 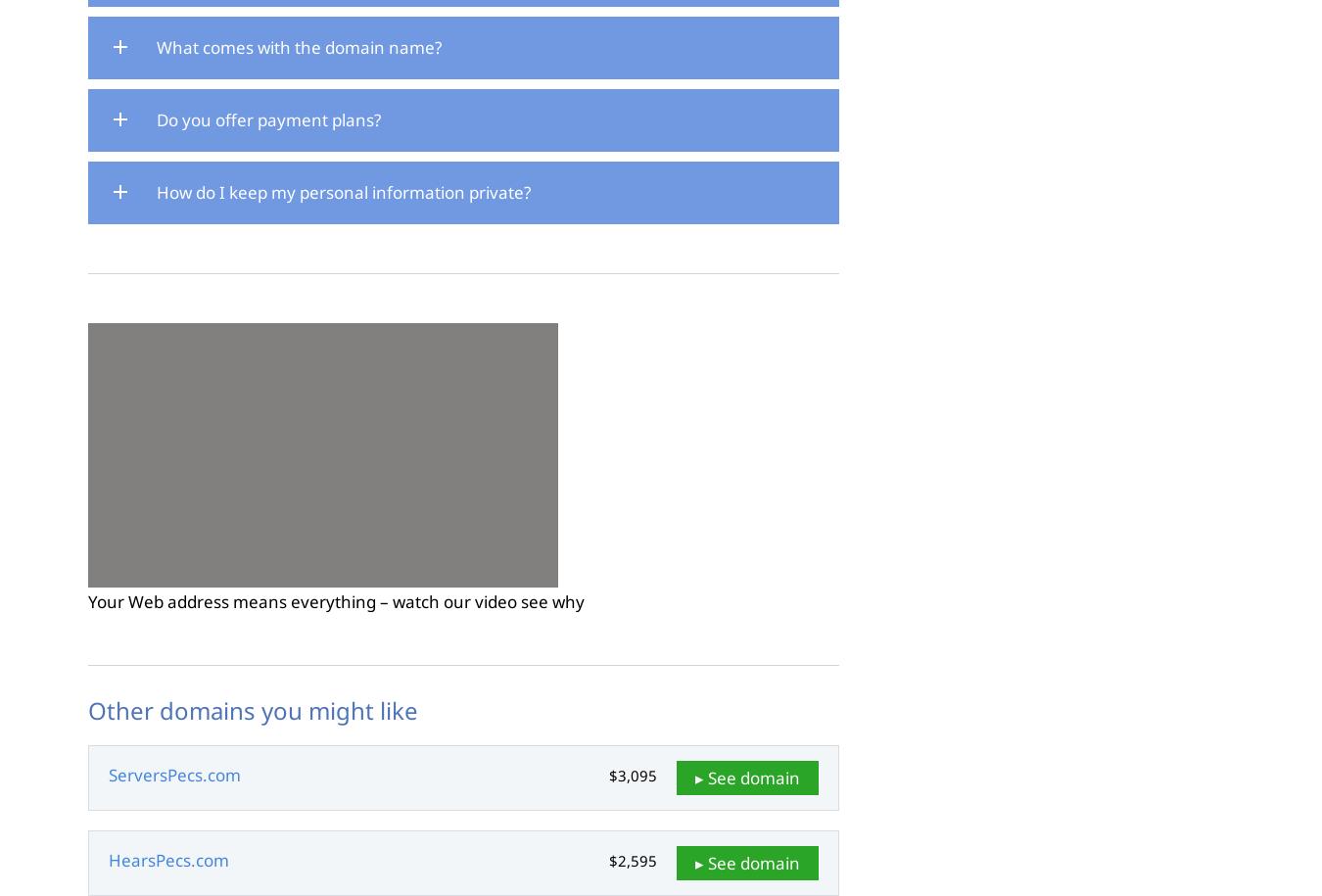 What do you see at coordinates (298, 47) in the screenshot?
I see `'What comes with the domain name?'` at bounding box center [298, 47].